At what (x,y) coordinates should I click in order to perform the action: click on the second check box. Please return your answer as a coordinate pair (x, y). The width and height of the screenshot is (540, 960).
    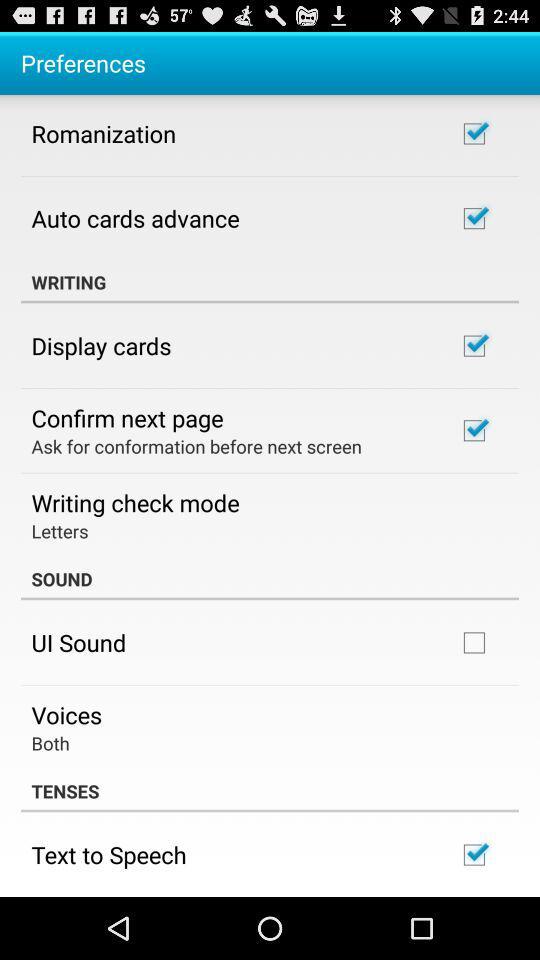
    Looking at the image, I should click on (473, 218).